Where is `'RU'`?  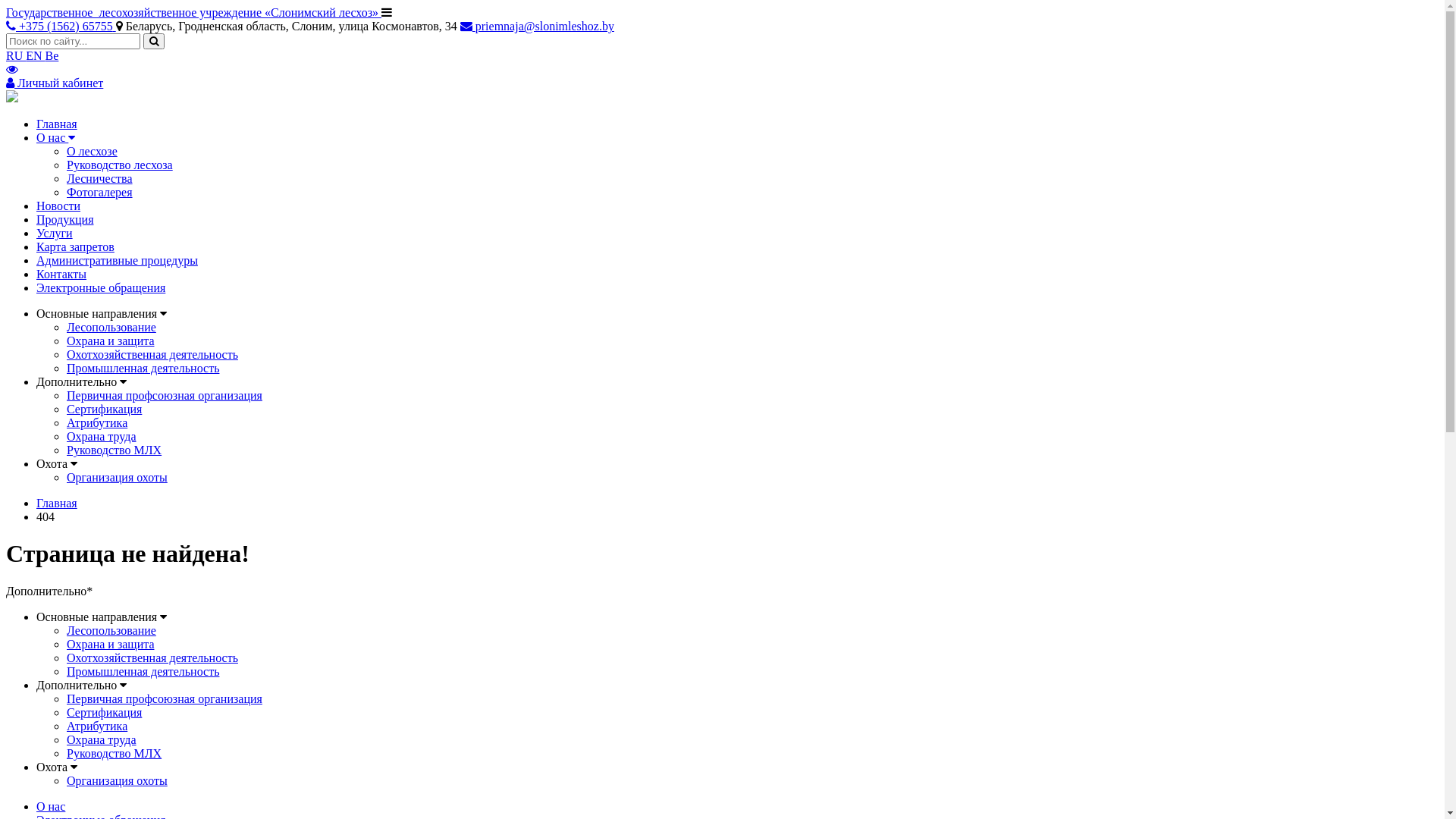 'RU' is located at coordinates (15, 55).